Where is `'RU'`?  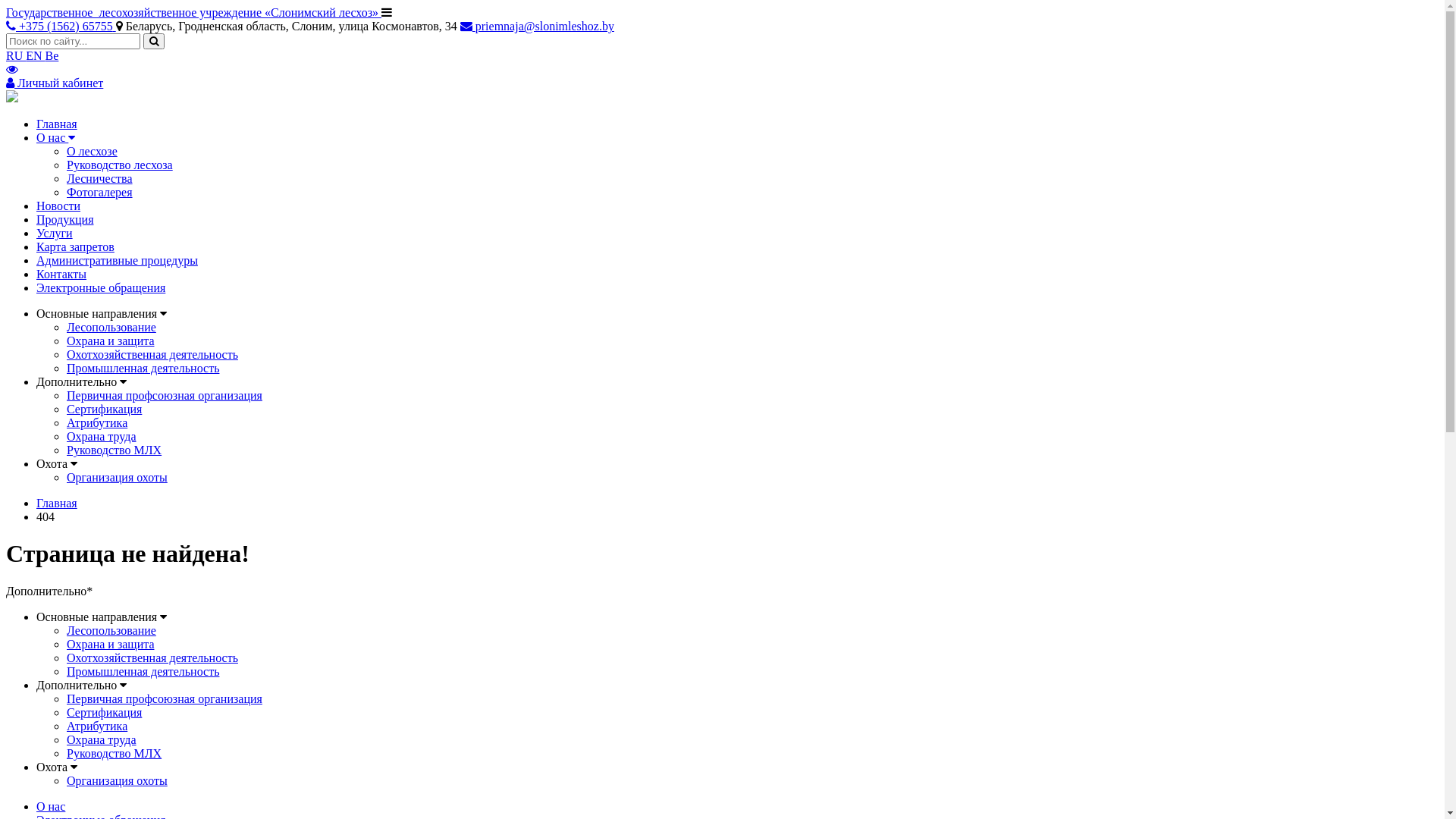 'RU' is located at coordinates (15, 55).